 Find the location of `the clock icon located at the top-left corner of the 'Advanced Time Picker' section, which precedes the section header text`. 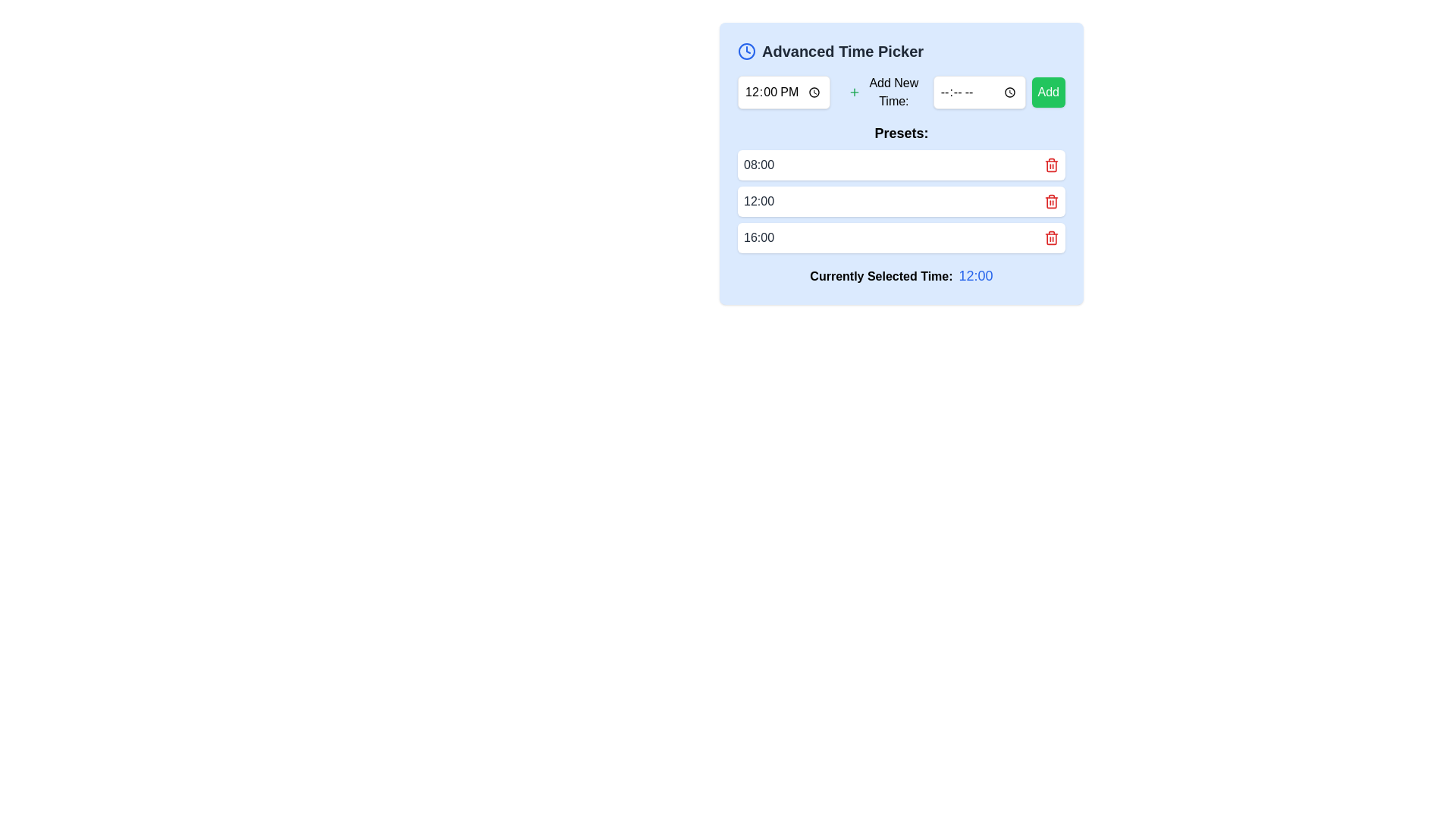

the clock icon located at the top-left corner of the 'Advanced Time Picker' section, which precedes the section header text is located at coordinates (746, 51).